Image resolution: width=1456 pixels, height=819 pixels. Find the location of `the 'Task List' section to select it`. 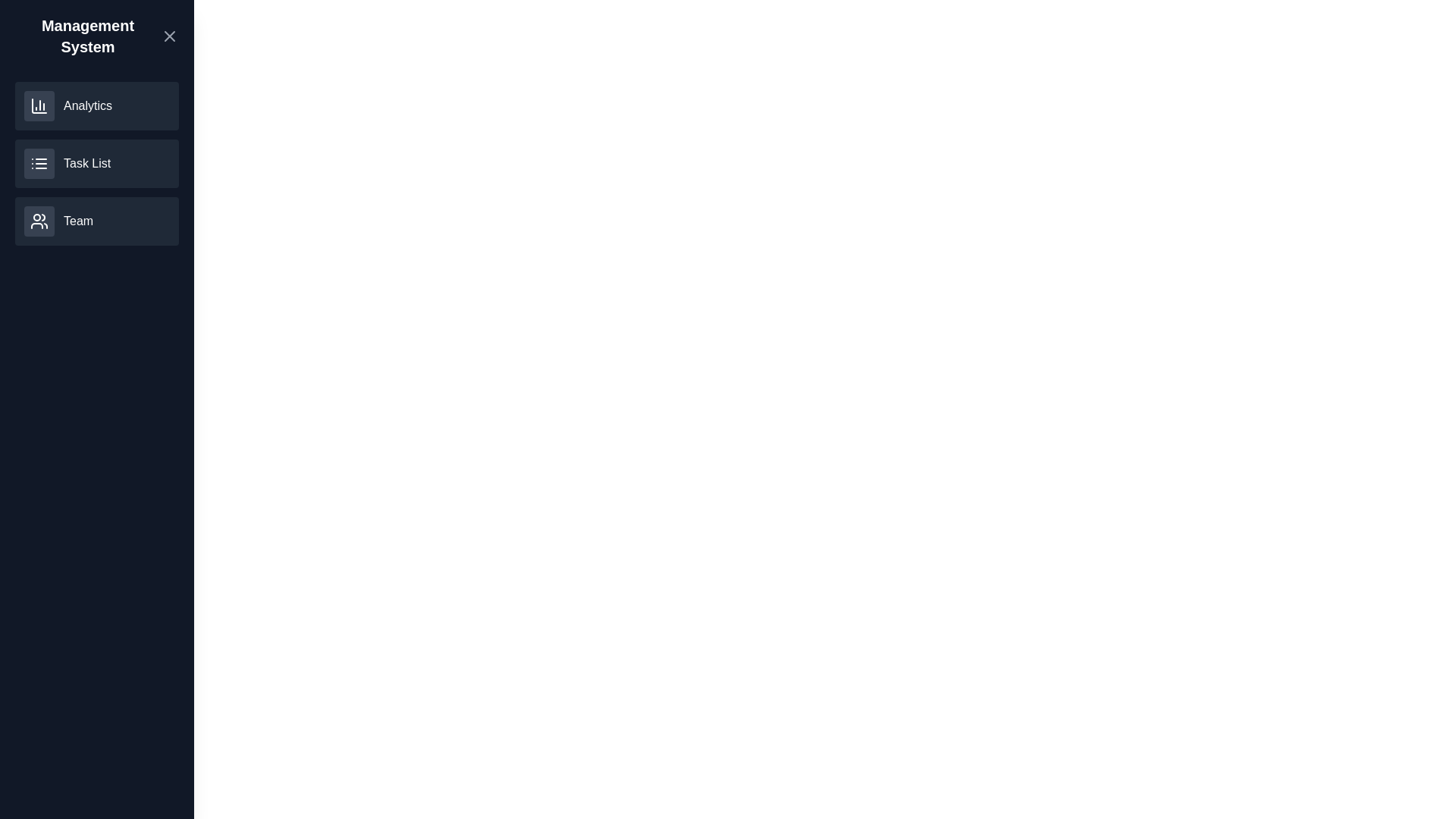

the 'Task List' section to select it is located at coordinates (96, 164).